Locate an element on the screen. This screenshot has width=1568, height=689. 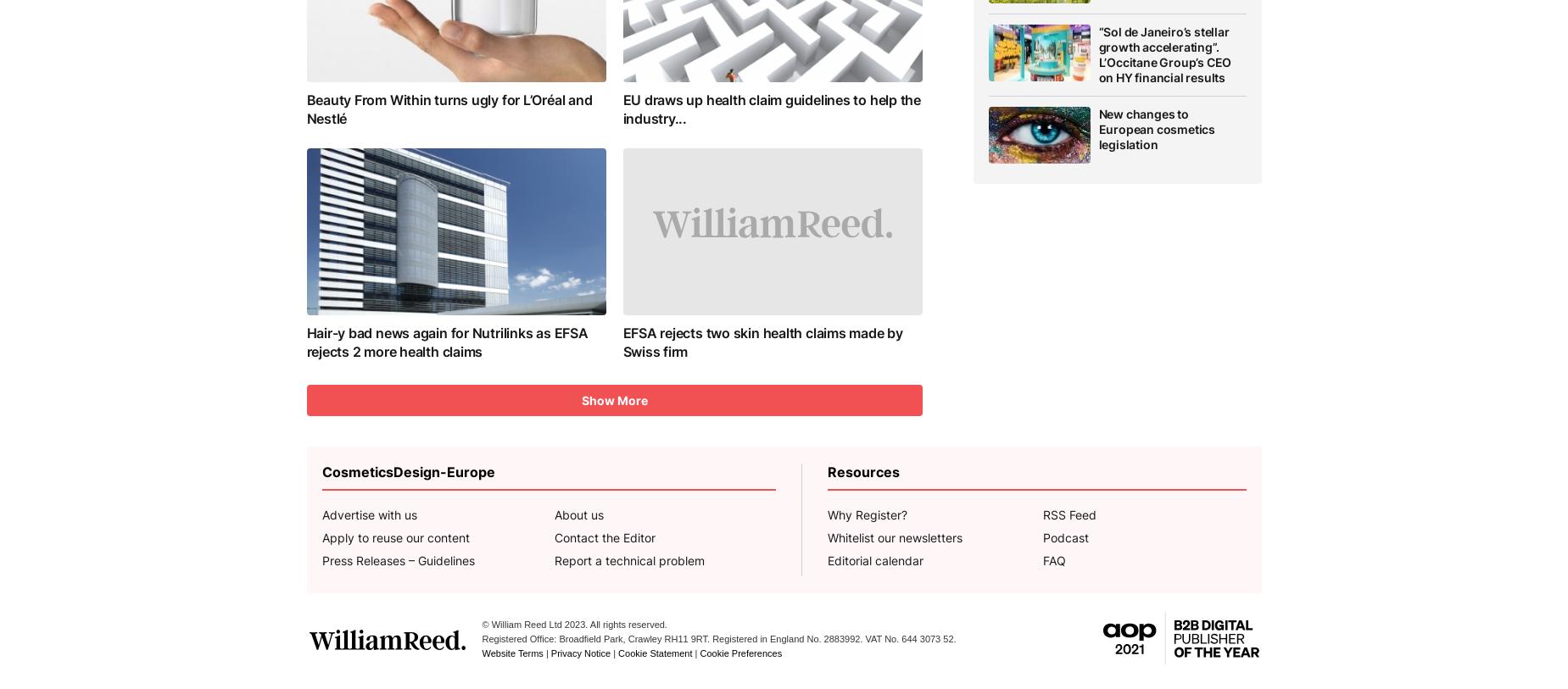
'CosmeticsDesign-Europe' is located at coordinates (406, 471).